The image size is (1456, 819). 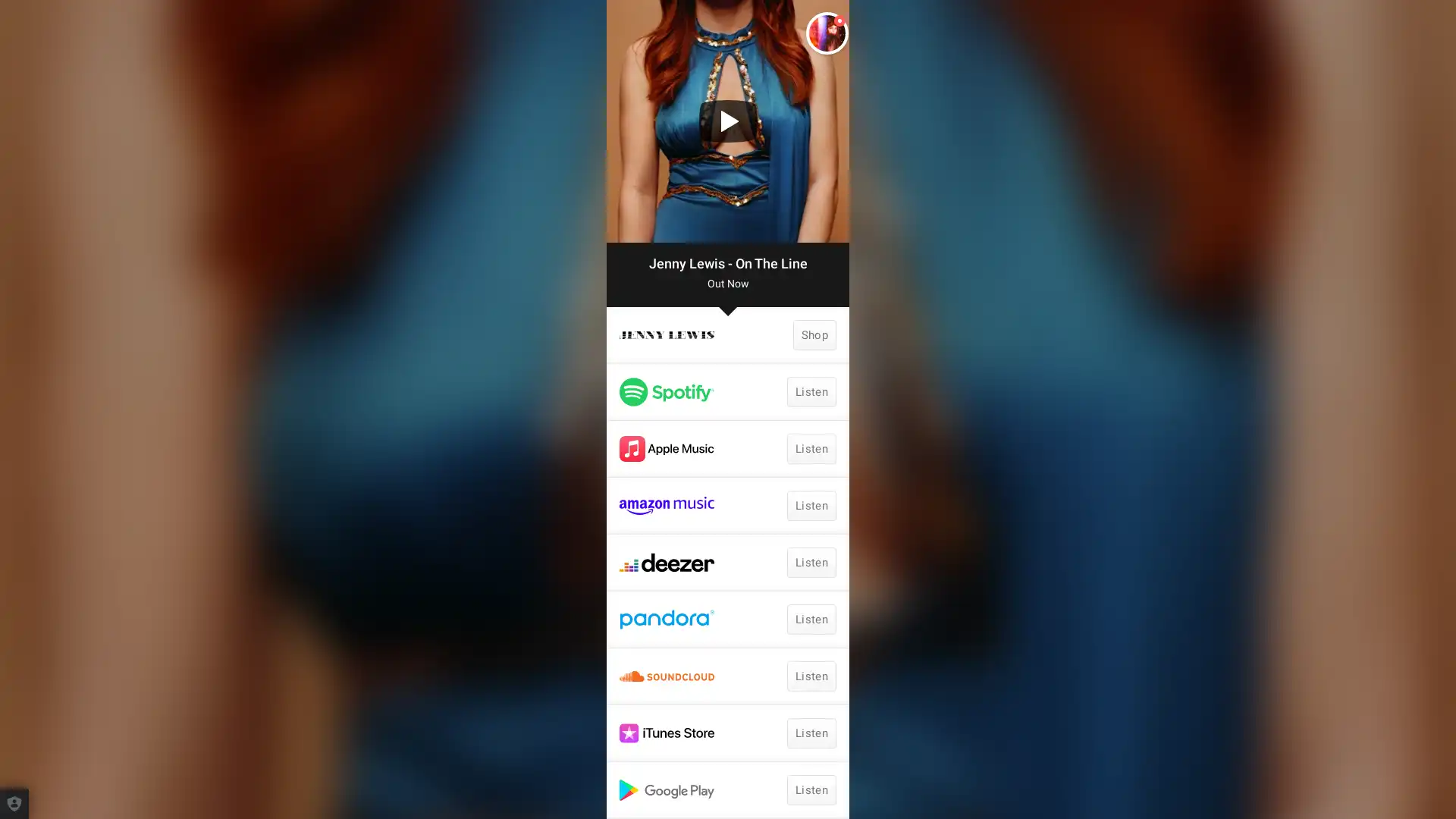 What do you see at coordinates (811, 447) in the screenshot?
I see `Listen` at bounding box center [811, 447].